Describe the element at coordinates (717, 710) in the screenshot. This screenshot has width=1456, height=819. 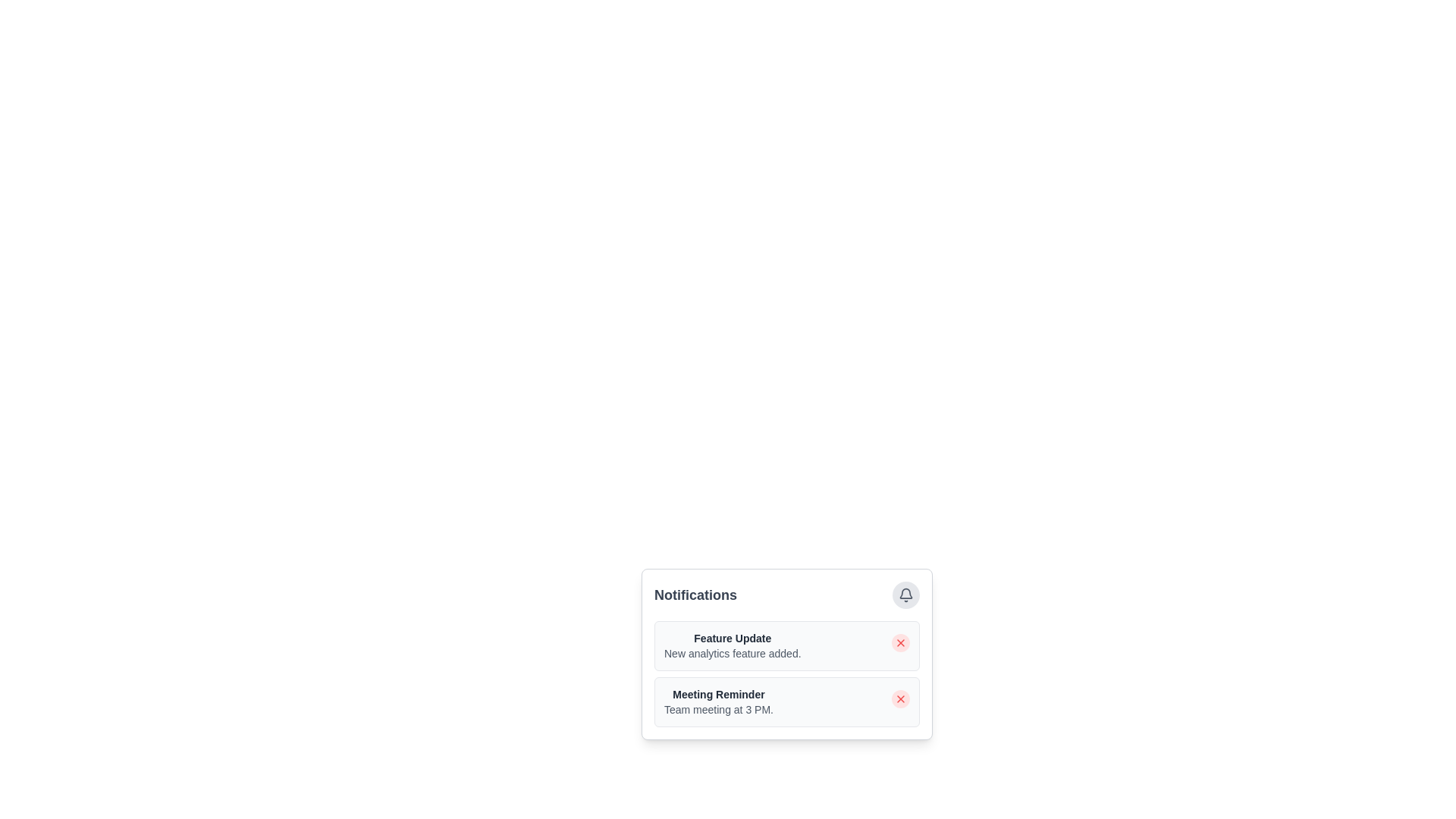
I see `the text label that provides additional information related to the 'Meeting Reminder' notification, located directly below the bold text 'Meeting Reminder'` at that location.